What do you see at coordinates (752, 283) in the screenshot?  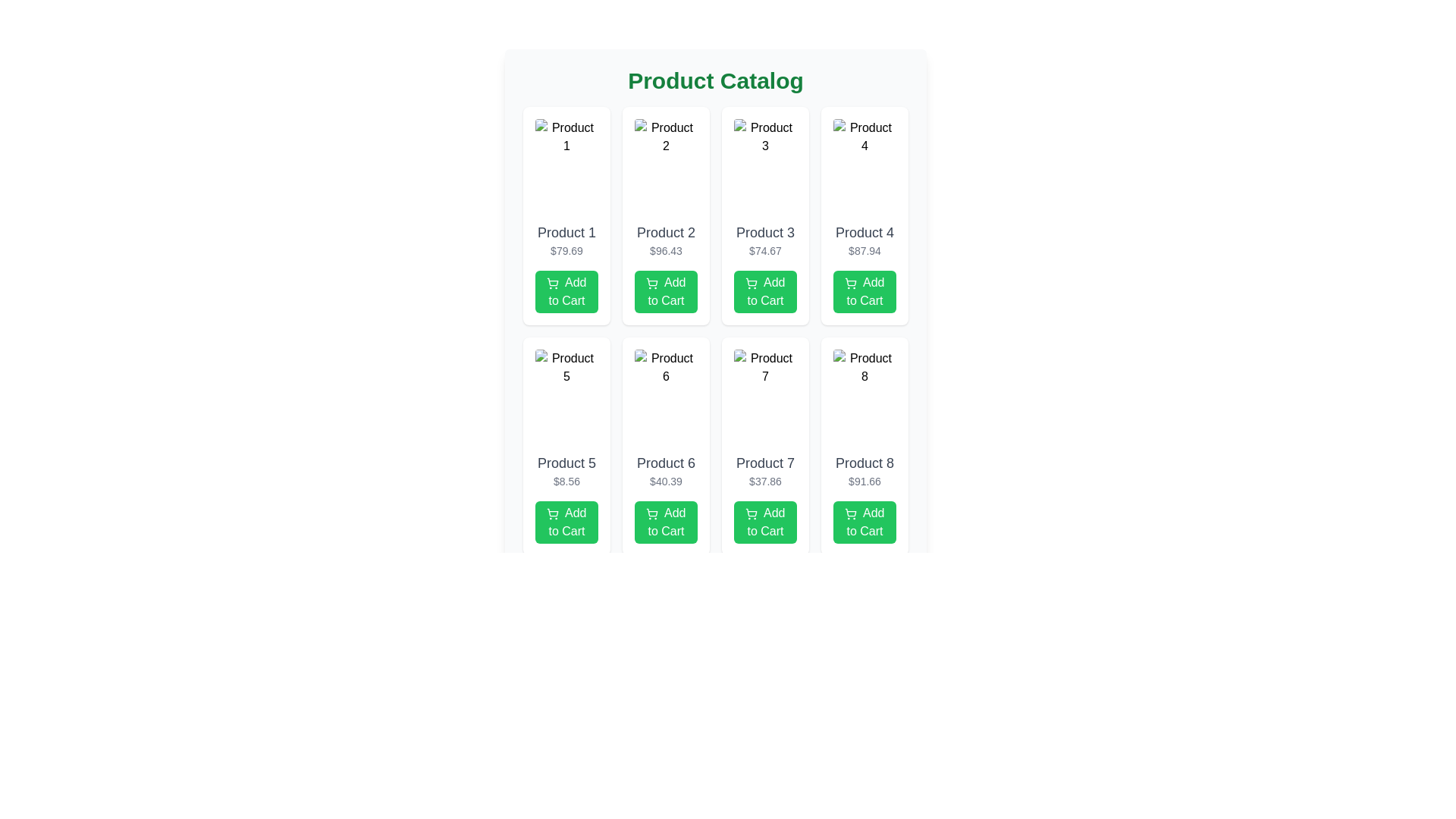 I see `the shopping cart icon within the 'Add to Cart' button for the third product in the Product Catalog for visual clarity` at bounding box center [752, 283].